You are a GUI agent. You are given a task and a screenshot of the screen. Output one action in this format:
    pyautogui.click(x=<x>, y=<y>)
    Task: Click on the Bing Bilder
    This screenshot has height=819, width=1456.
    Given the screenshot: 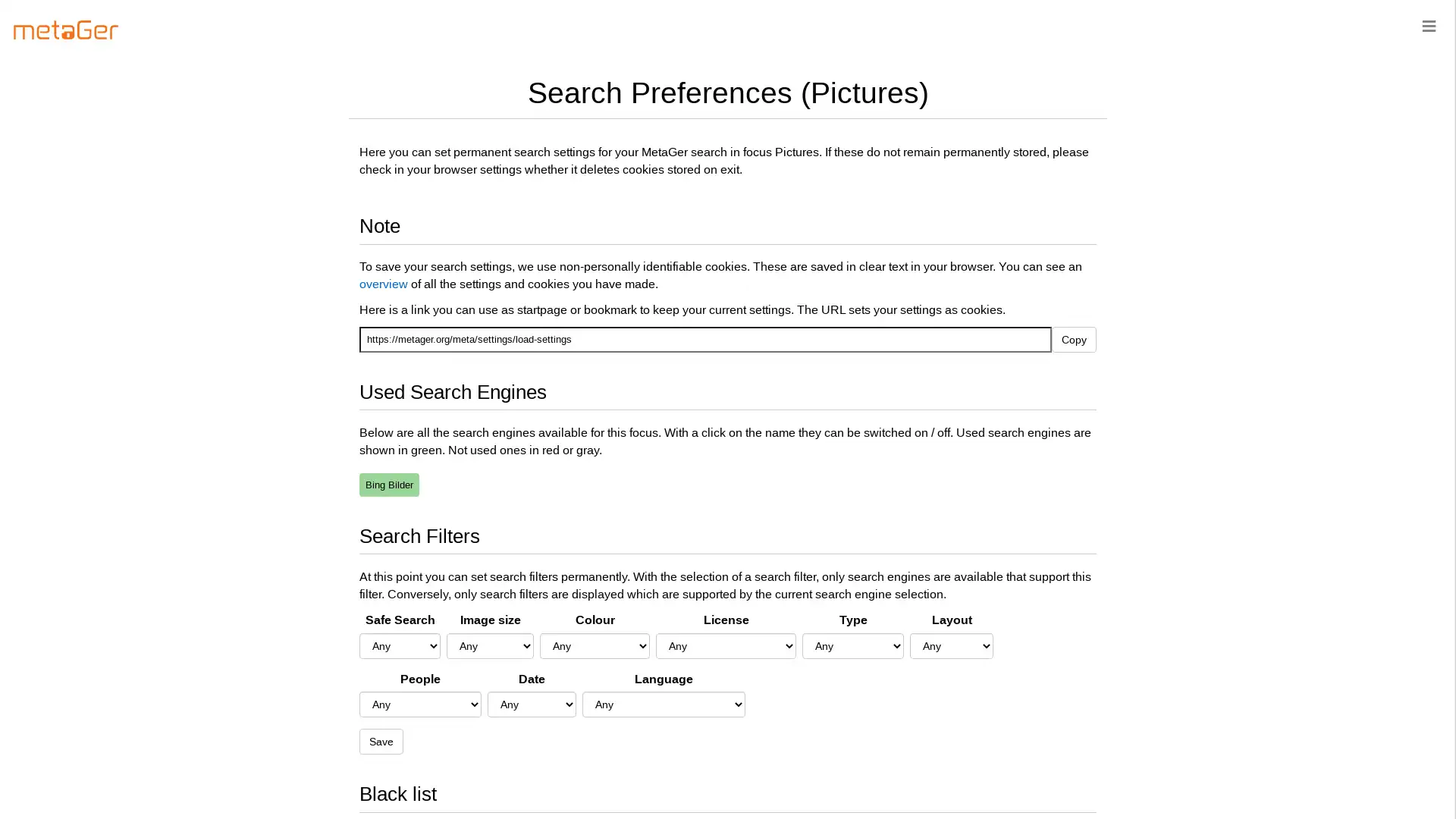 What is the action you would take?
    pyautogui.click(x=389, y=484)
    